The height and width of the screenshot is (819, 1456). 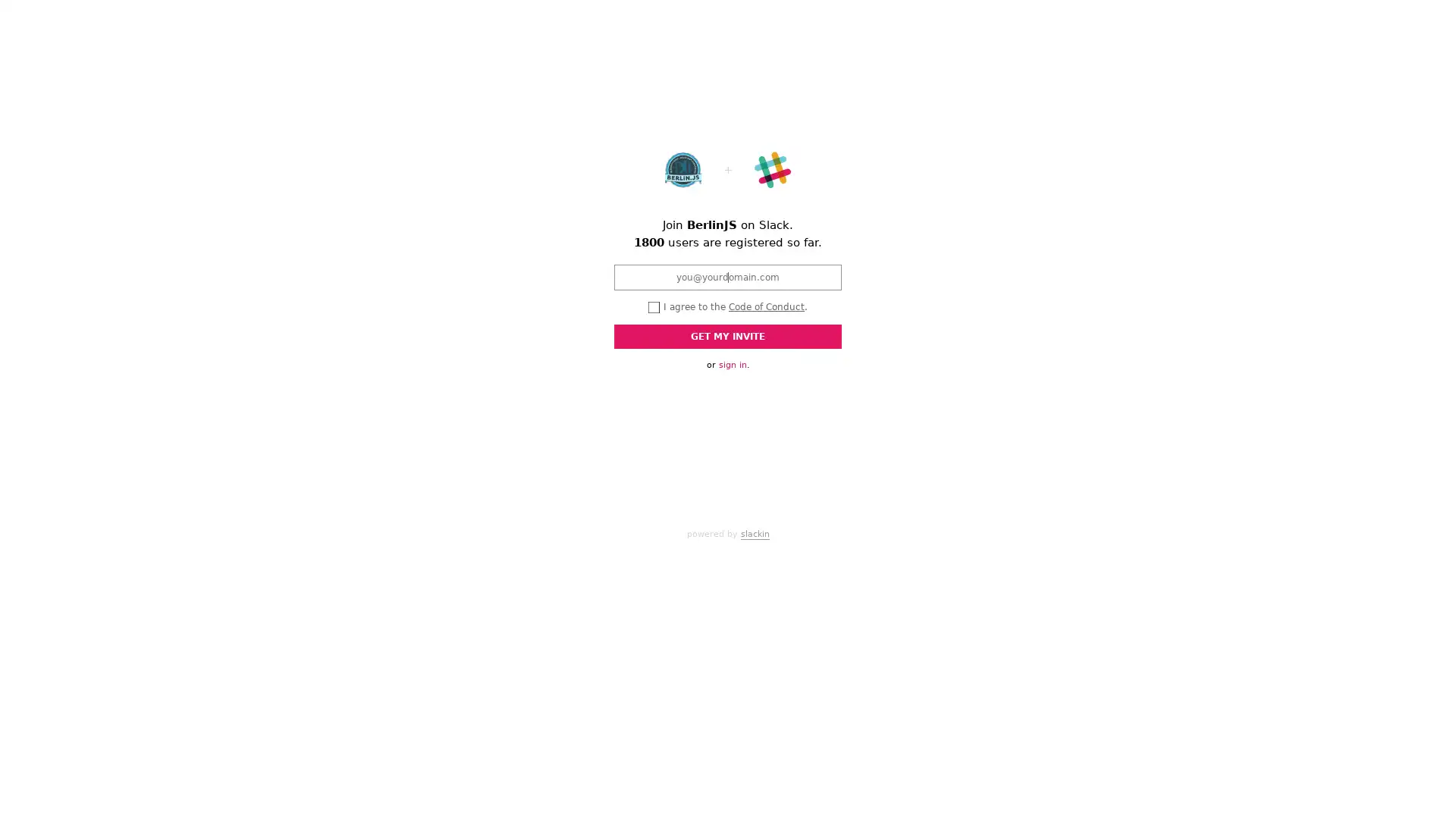 What do you see at coordinates (728, 335) in the screenshot?
I see `GET MY INVITE` at bounding box center [728, 335].